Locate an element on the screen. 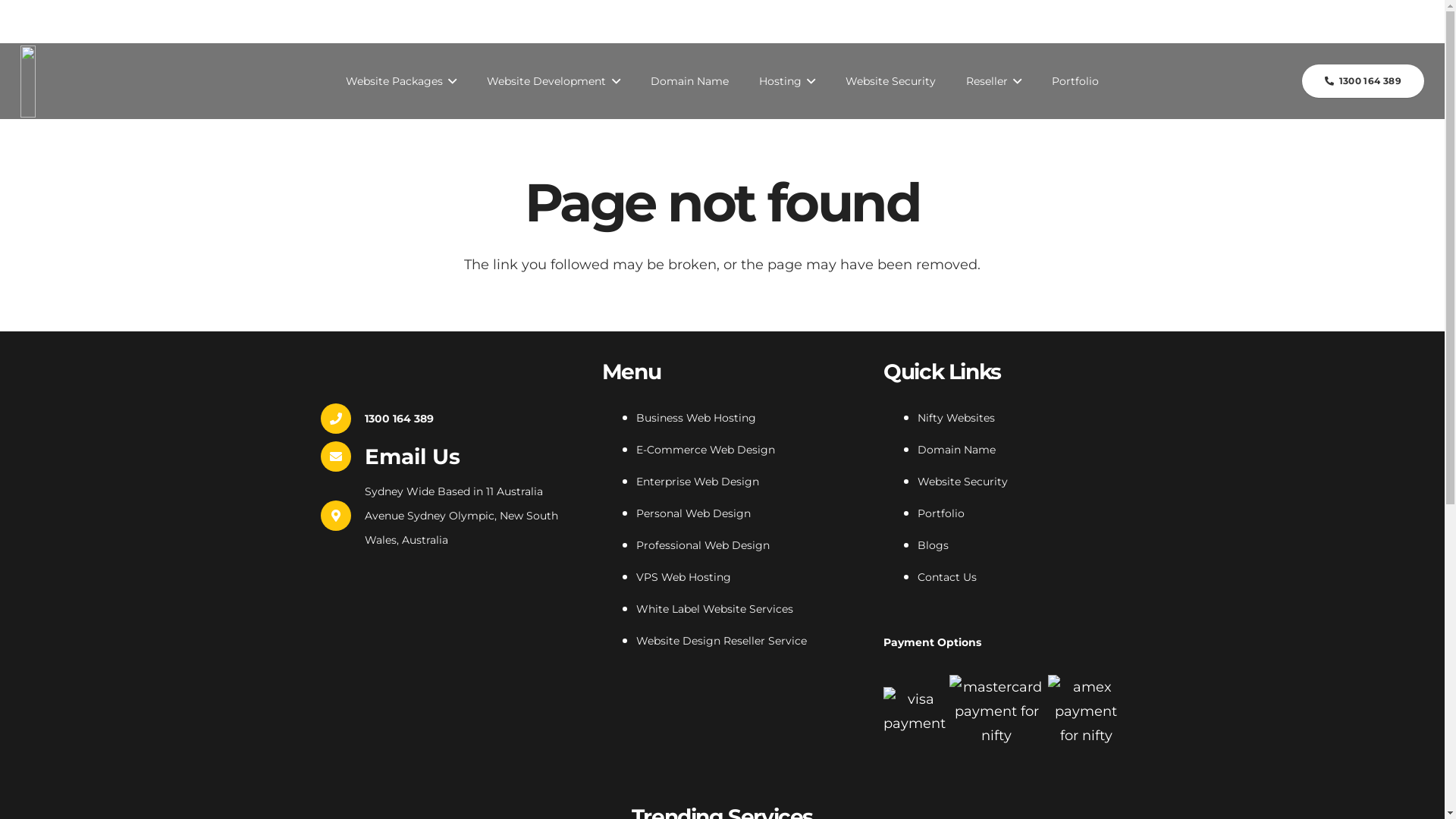  'Portfolio' is located at coordinates (940, 513).